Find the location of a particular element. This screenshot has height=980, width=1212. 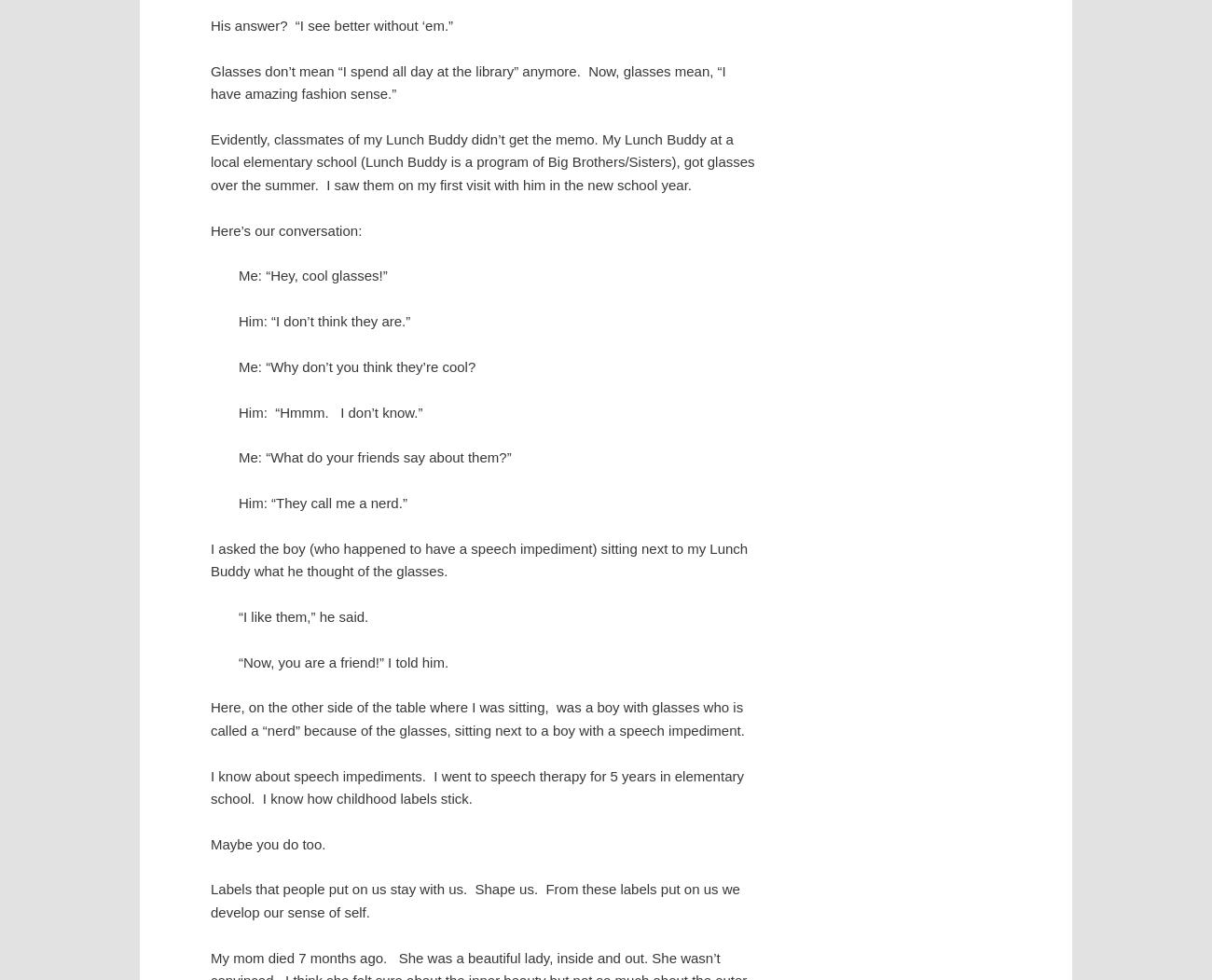

'Here’s our conversation:' is located at coordinates (286, 229).